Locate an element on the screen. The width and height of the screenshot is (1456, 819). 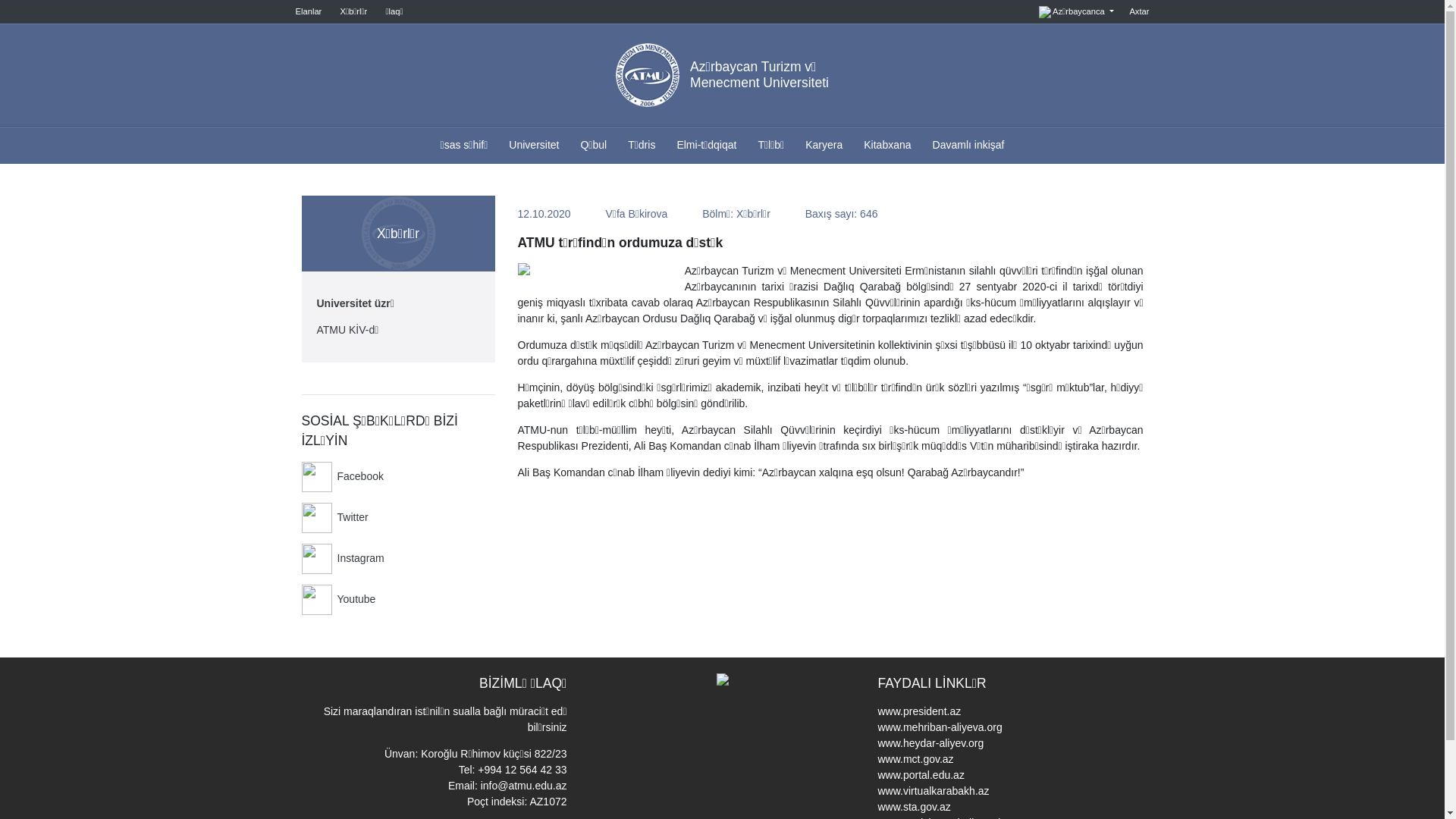
'Elanlar' is located at coordinates (309, 11).